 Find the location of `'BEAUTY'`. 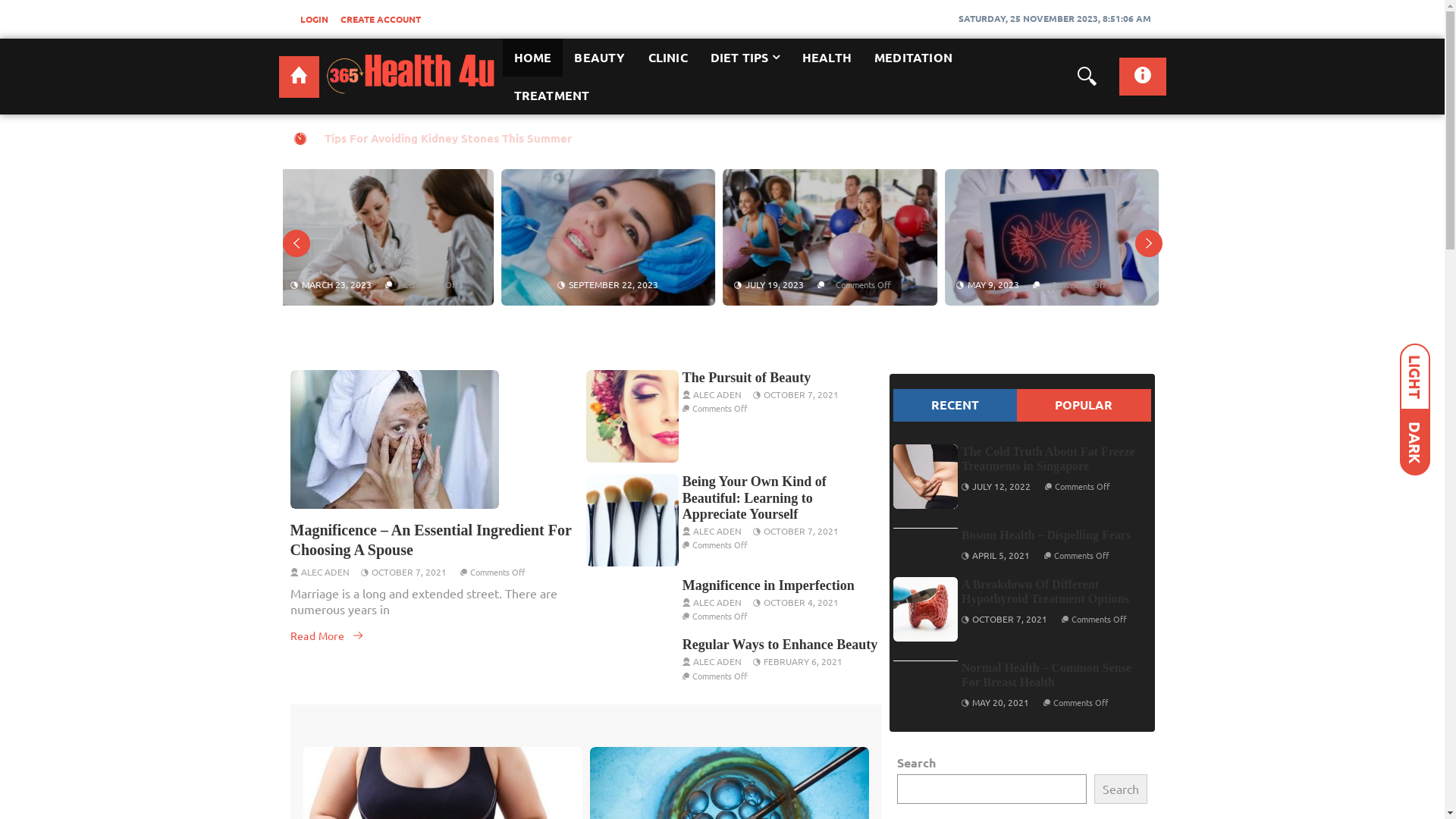

'BEAUTY' is located at coordinates (562, 57).